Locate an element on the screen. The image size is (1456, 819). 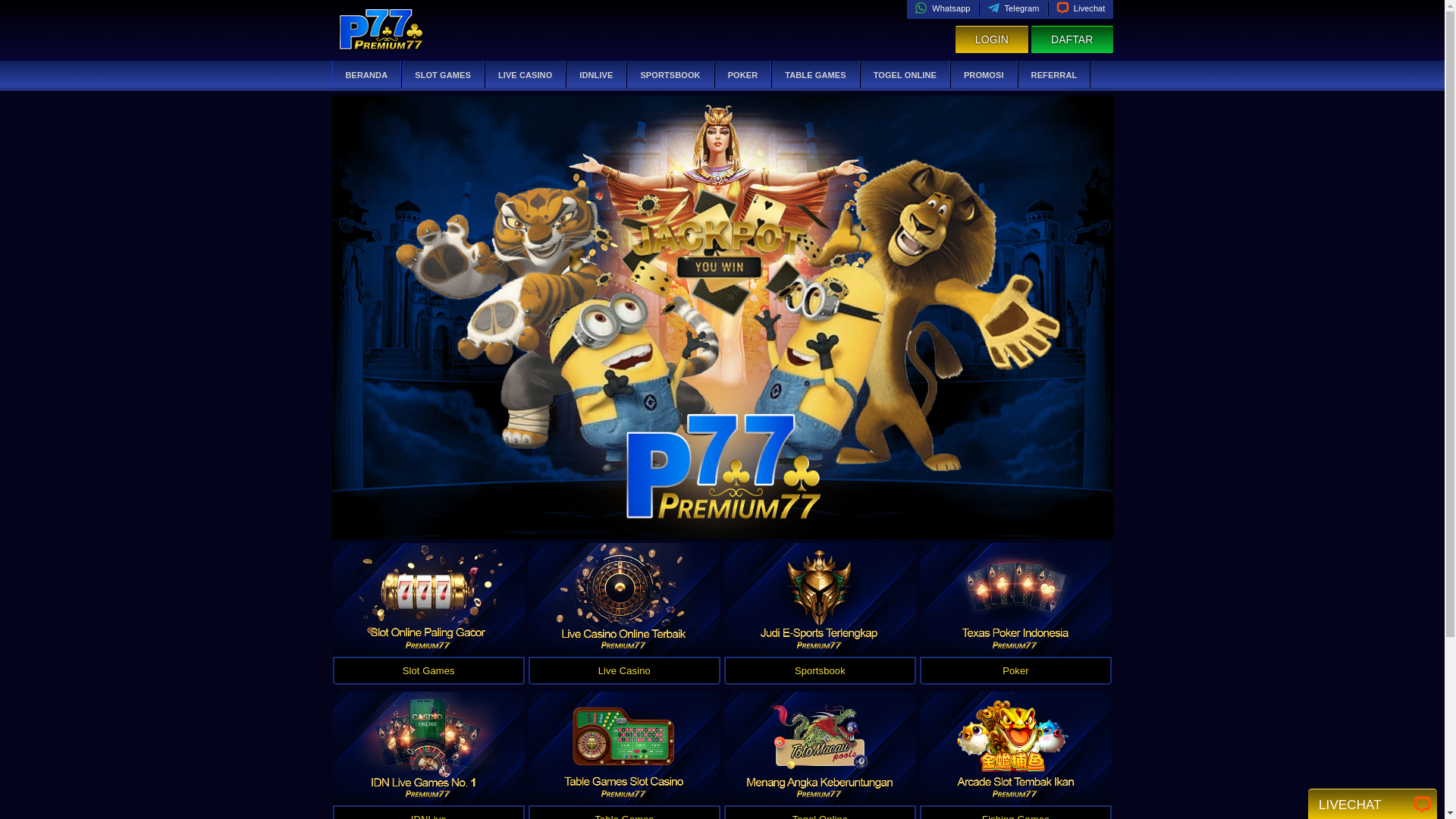
'IDNLIVE' is located at coordinates (595, 75).